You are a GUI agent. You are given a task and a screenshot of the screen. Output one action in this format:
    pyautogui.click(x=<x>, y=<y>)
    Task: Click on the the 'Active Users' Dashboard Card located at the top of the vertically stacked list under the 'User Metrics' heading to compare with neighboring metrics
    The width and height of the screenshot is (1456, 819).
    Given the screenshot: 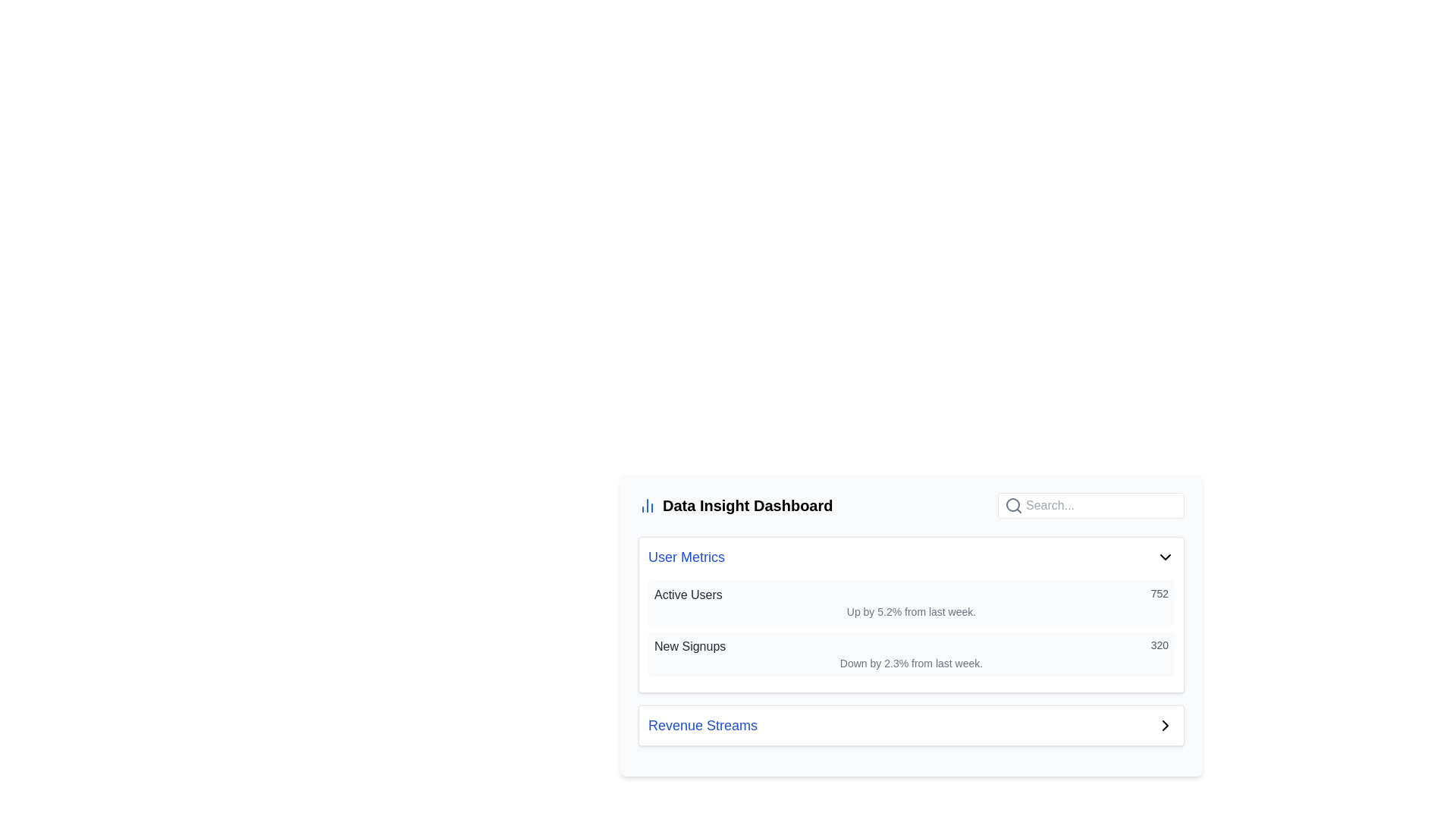 What is the action you would take?
    pyautogui.click(x=910, y=601)
    